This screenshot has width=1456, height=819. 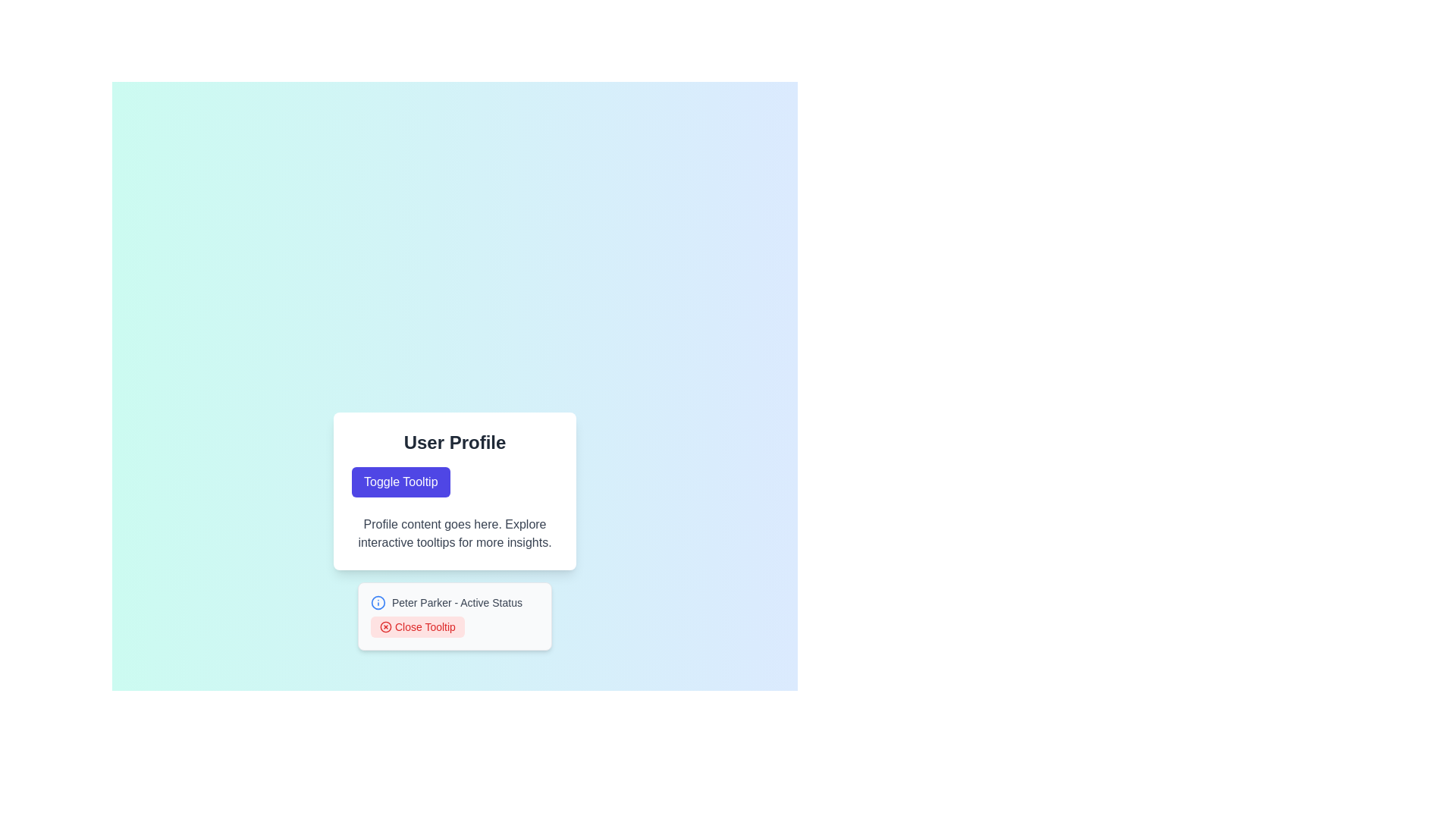 What do you see at coordinates (418, 626) in the screenshot?
I see `the 'Close Tooltip' button` at bounding box center [418, 626].